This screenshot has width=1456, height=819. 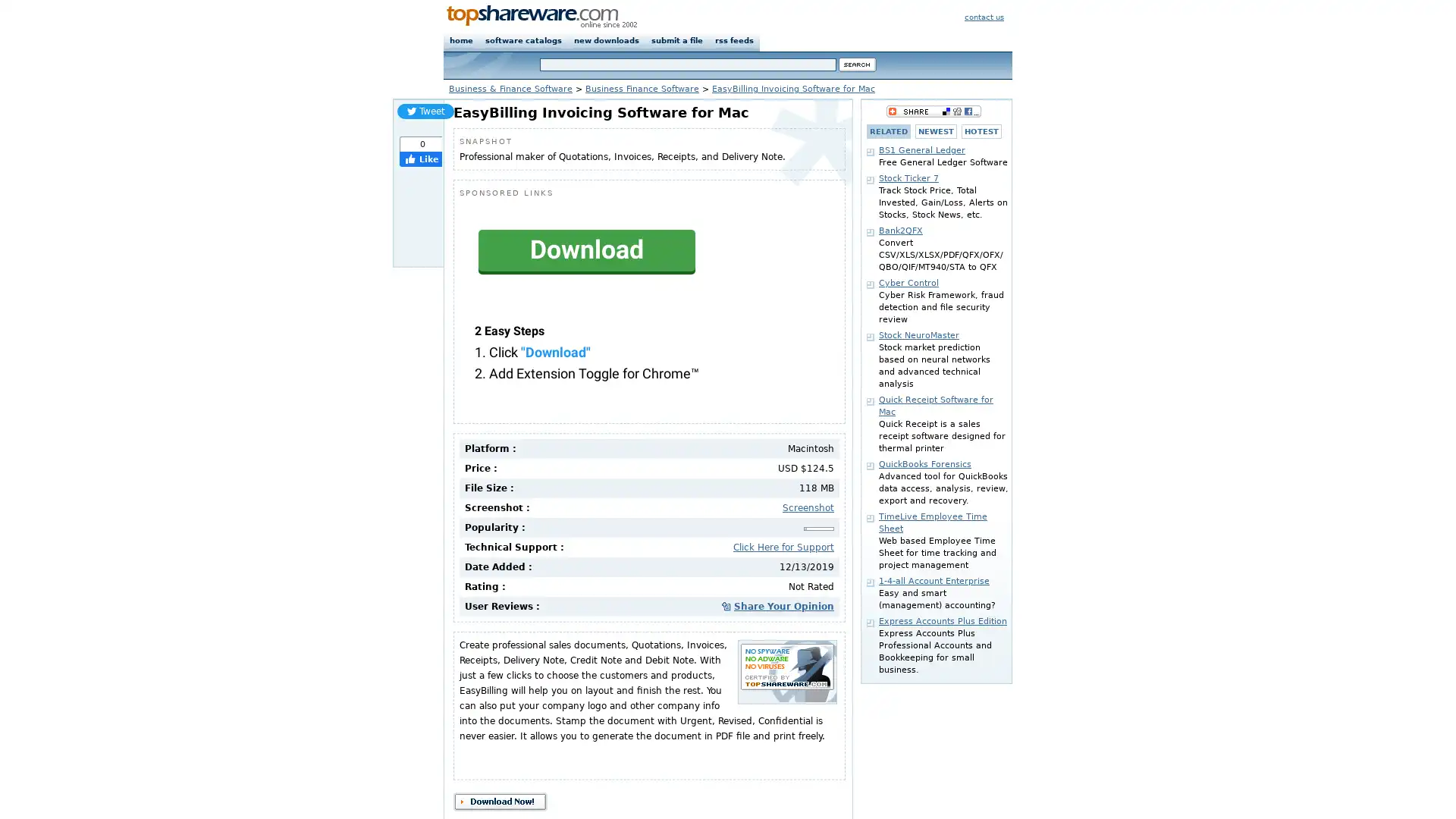 I want to click on Search, so click(x=858, y=64).